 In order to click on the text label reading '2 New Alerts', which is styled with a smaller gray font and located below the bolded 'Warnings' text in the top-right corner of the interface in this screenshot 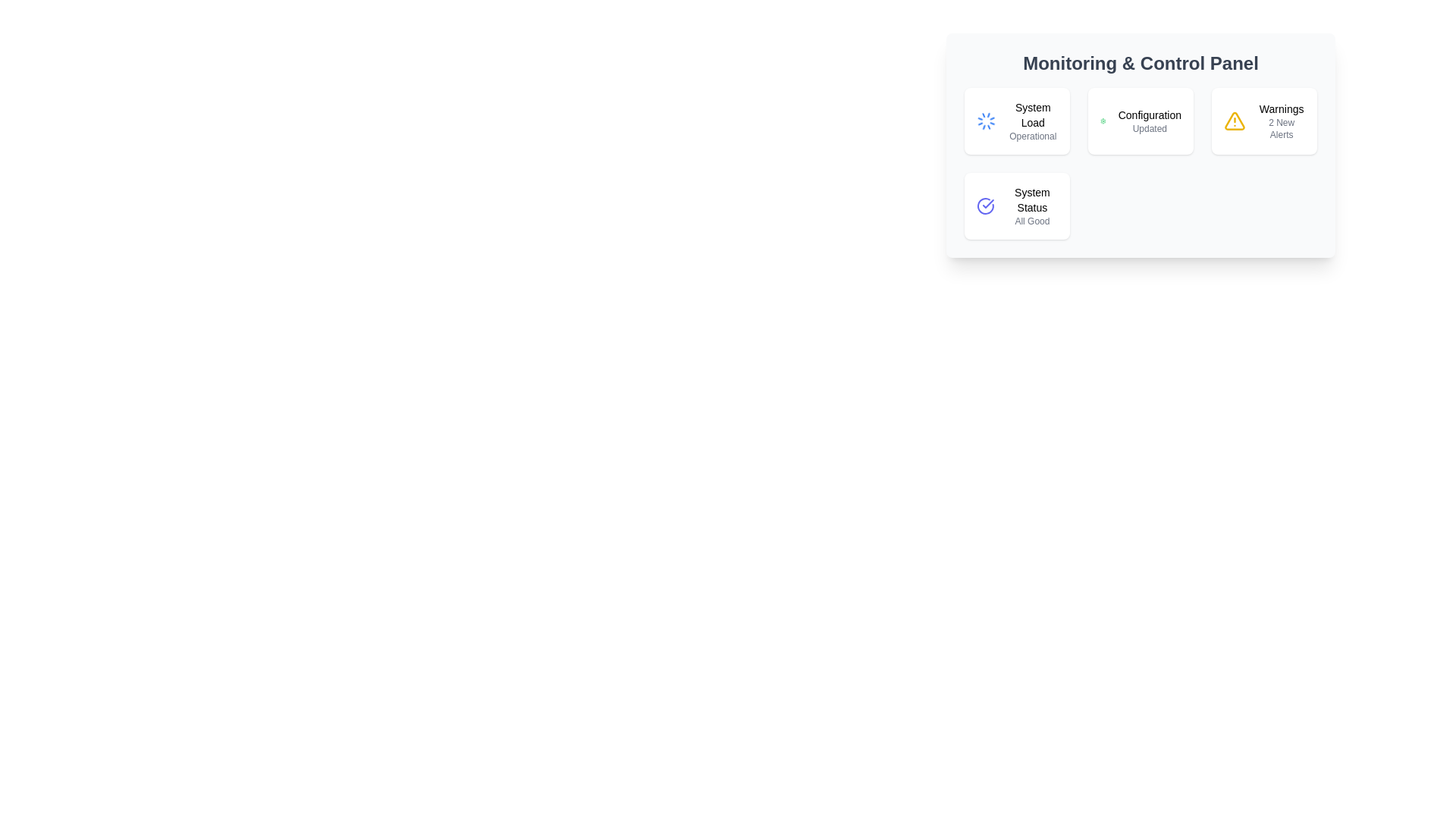, I will do `click(1281, 127)`.